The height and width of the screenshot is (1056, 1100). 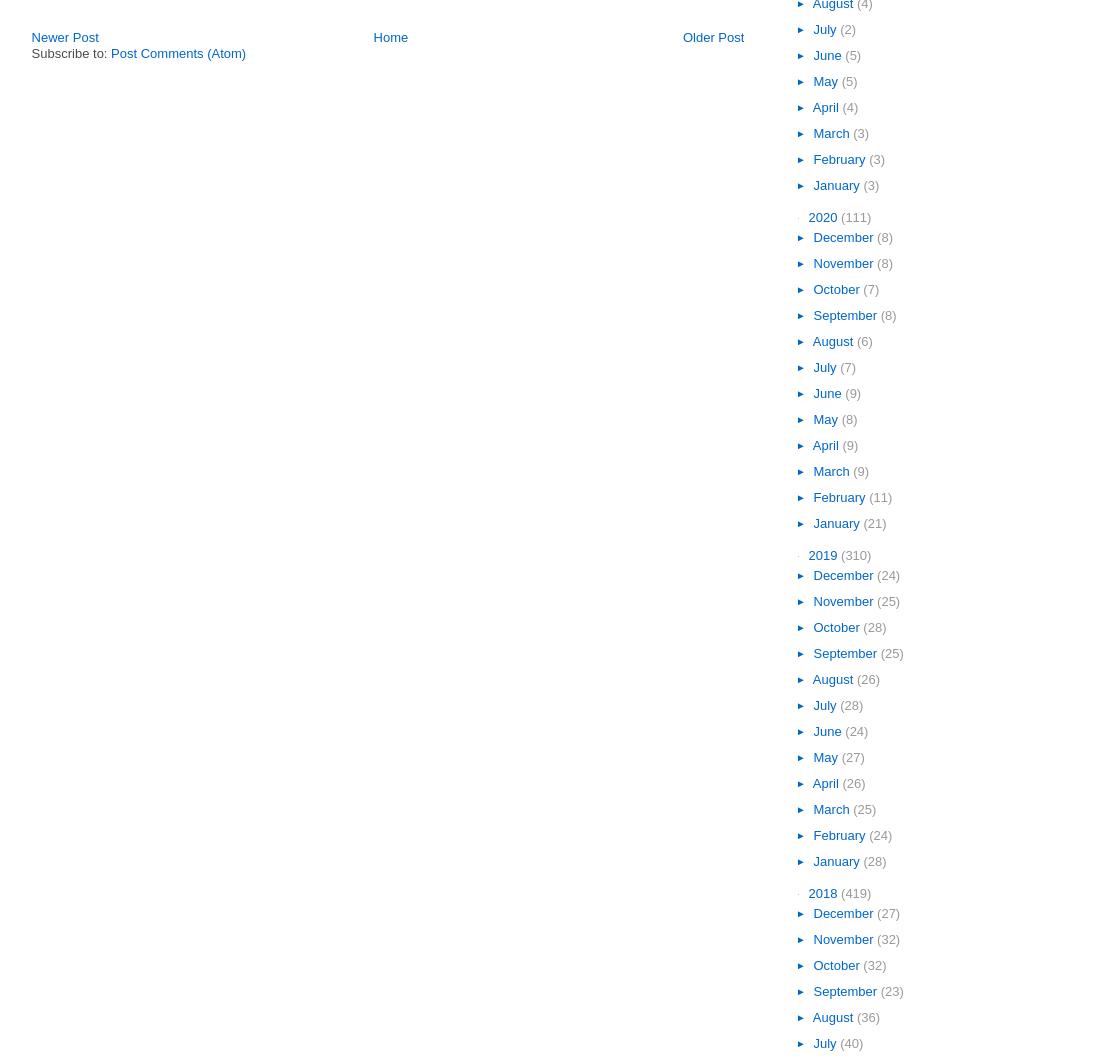 What do you see at coordinates (867, 1015) in the screenshot?
I see `'(36)'` at bounding box center [867, 1015].